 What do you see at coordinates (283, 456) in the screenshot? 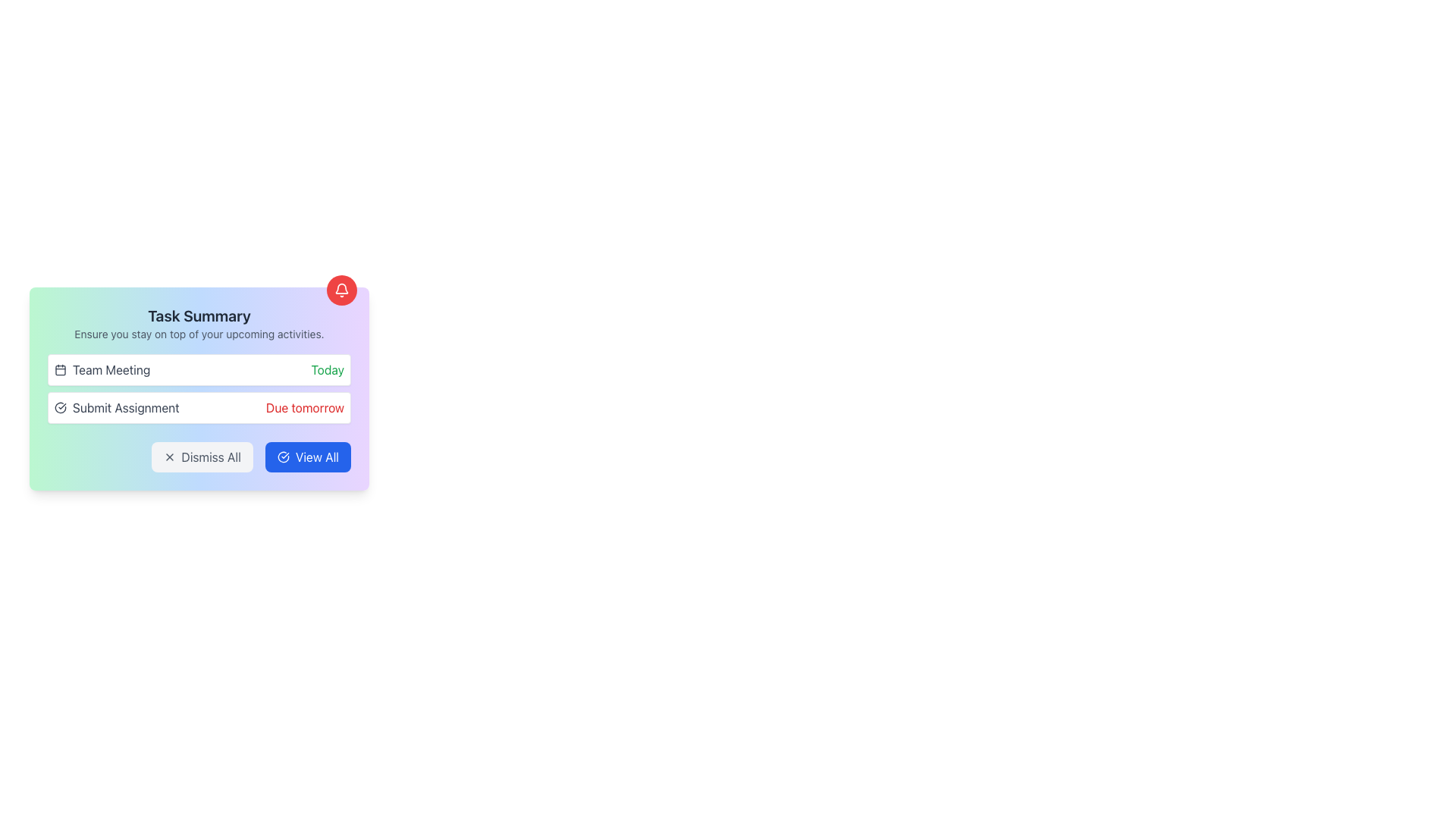
I see `the circular SVG icon with a checkmark inside, located in the bottom-right area of the 'Task Summary' box, which is part of the 'View All' button` at bounding box center [283, 456].